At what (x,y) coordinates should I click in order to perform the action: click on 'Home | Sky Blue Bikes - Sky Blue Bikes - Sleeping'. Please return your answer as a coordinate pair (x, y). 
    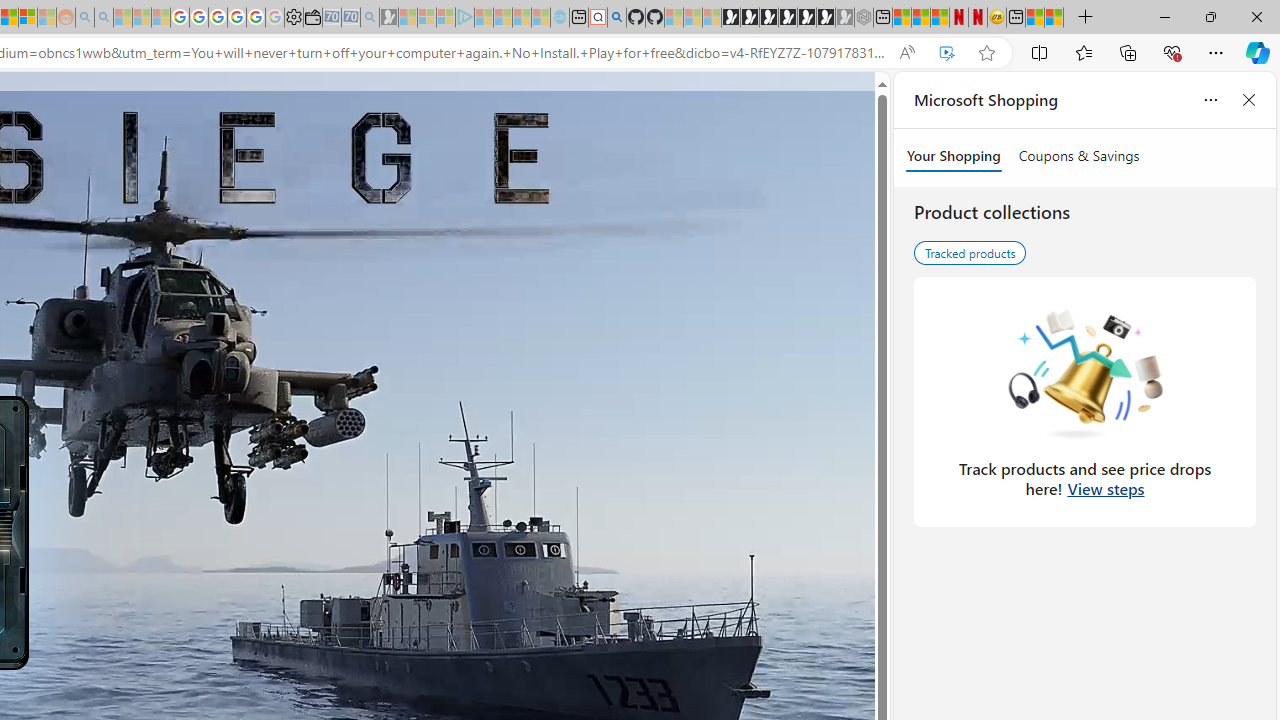
    Looking at the image, I should click on (560, 17).